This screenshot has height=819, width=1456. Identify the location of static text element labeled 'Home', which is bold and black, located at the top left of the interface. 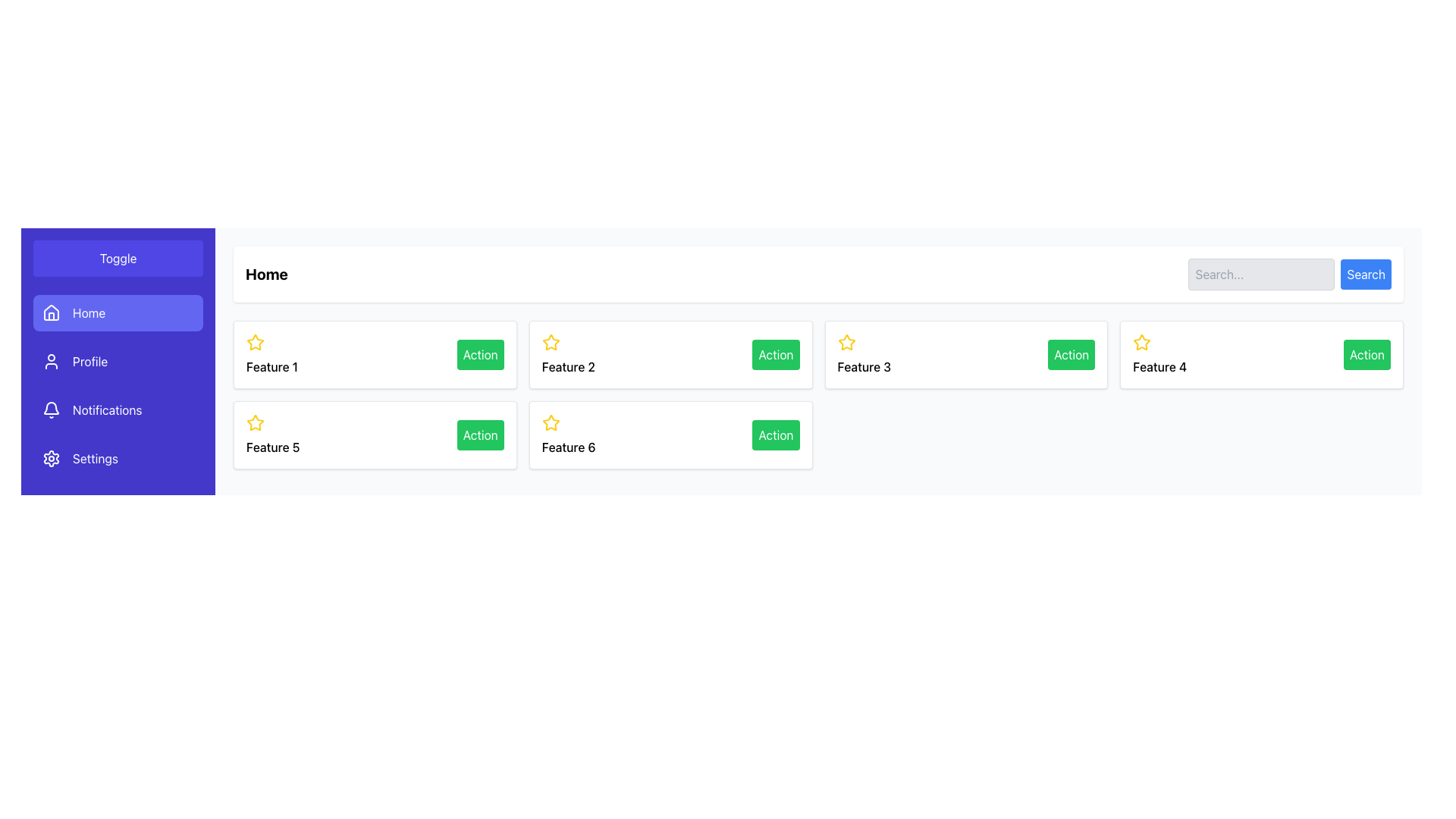
(266, 275).